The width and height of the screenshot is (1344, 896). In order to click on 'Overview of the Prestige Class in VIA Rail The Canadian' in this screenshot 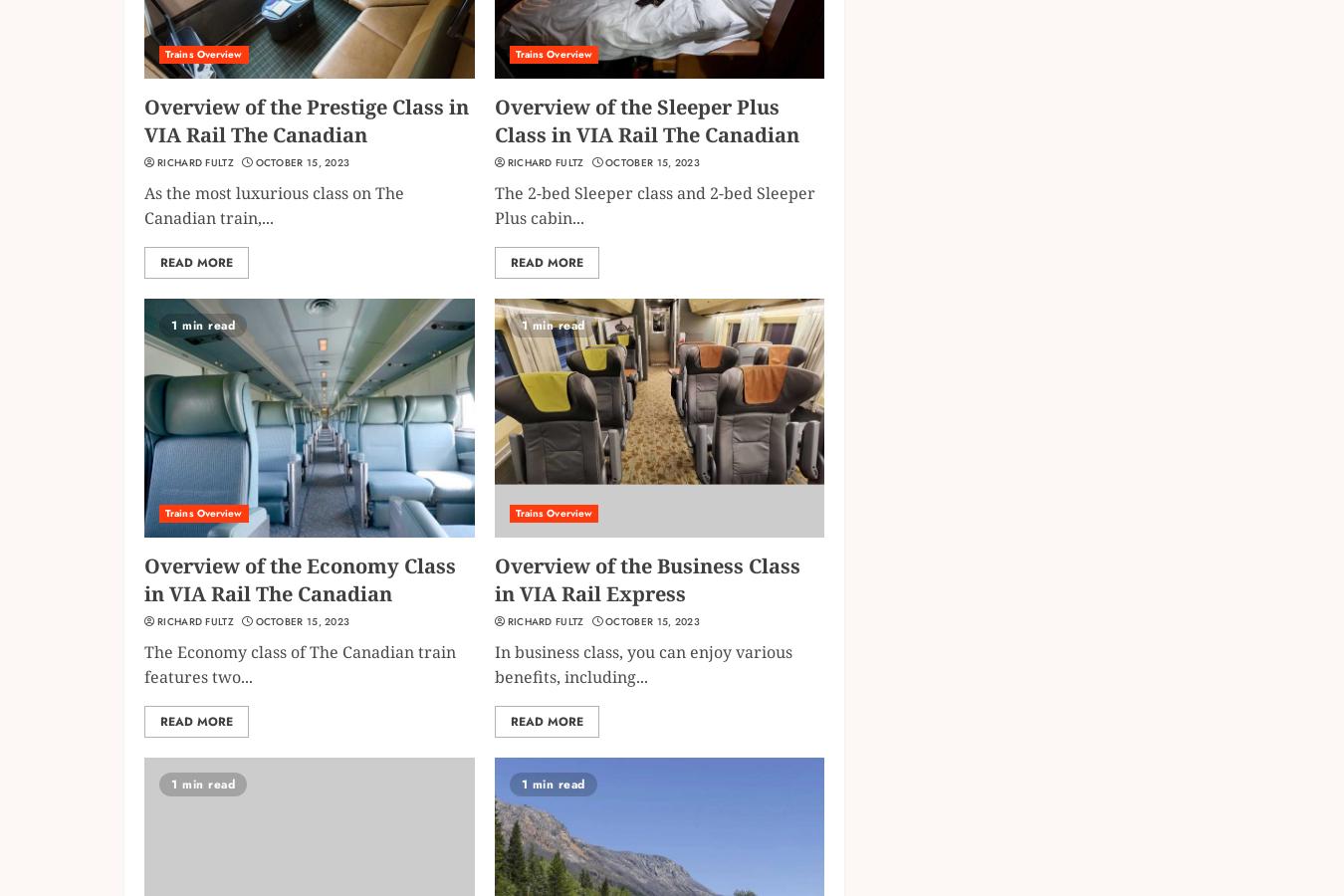, I will do `click(143, 119)`.